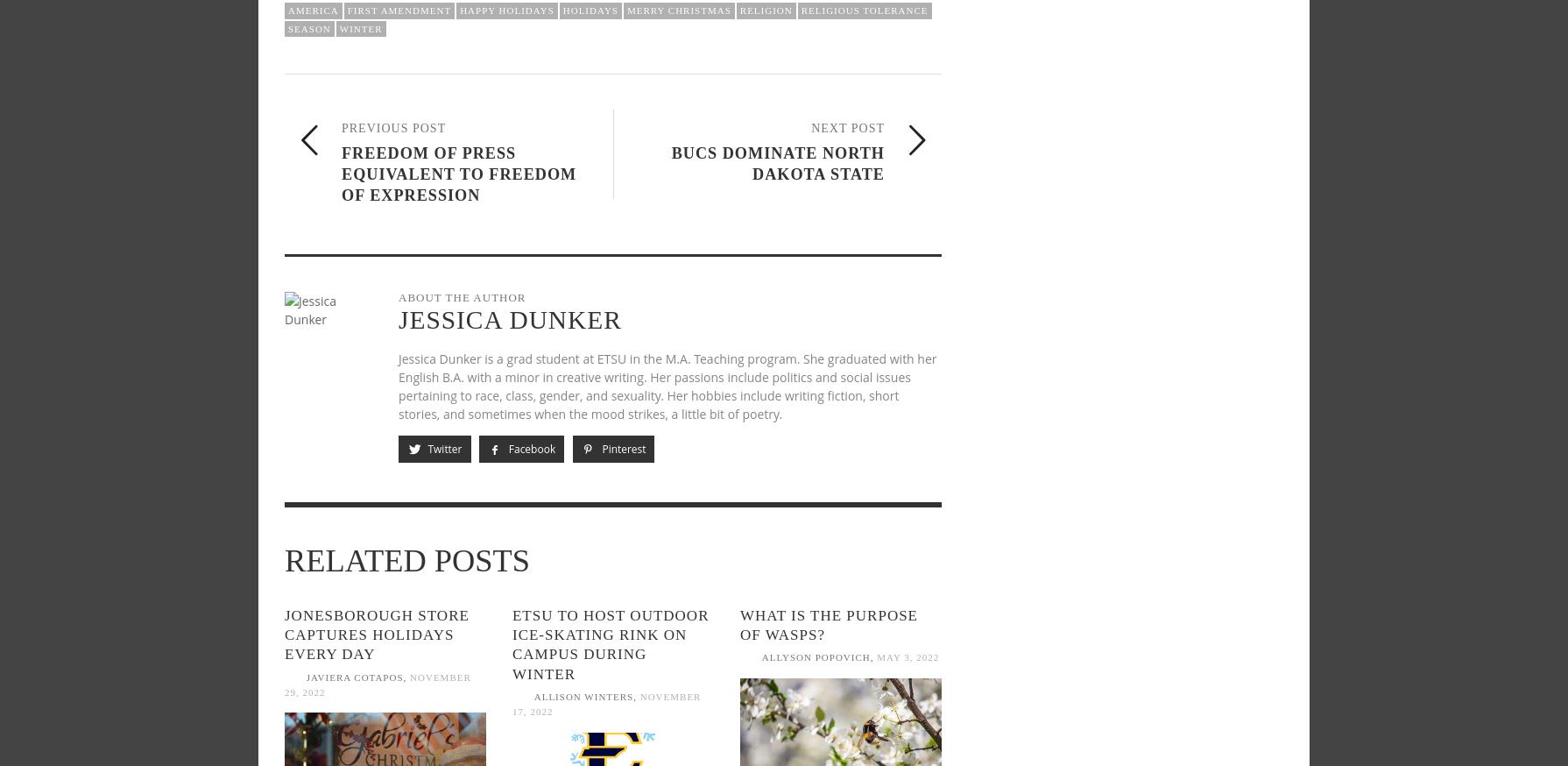 The width and height of the screenshot is (1568, 766). What do you see at coordinates (376, 635) in the screenshot?
I see `'Jonesborough store captures holidays every day'` at bounding box center [376, 635].